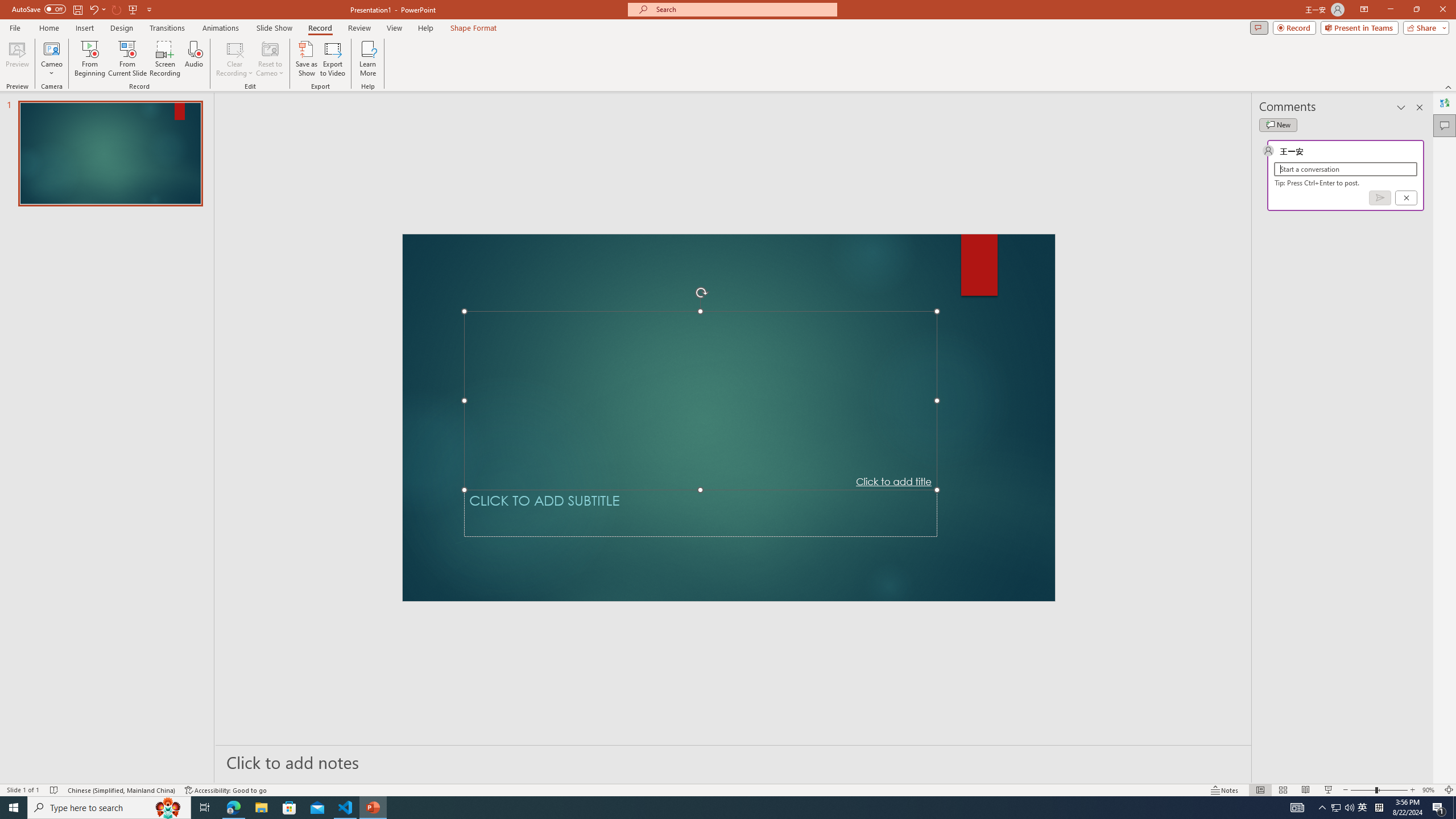 The image size is (1456, 819). I want to click on 'New comment', so click(1277, 124).